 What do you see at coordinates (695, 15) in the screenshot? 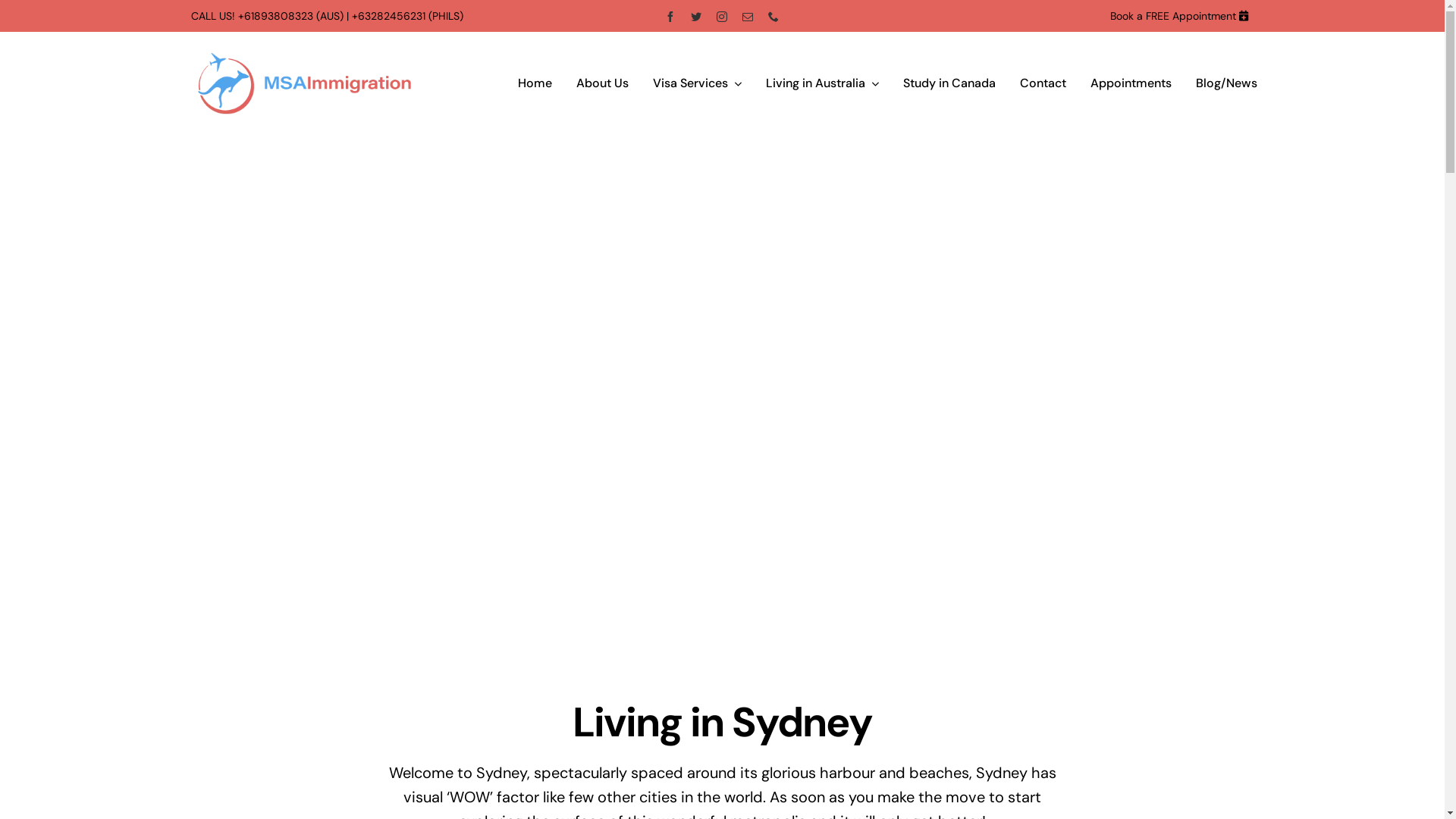
I see `'Twitter'` at bounding box center [695, 15].